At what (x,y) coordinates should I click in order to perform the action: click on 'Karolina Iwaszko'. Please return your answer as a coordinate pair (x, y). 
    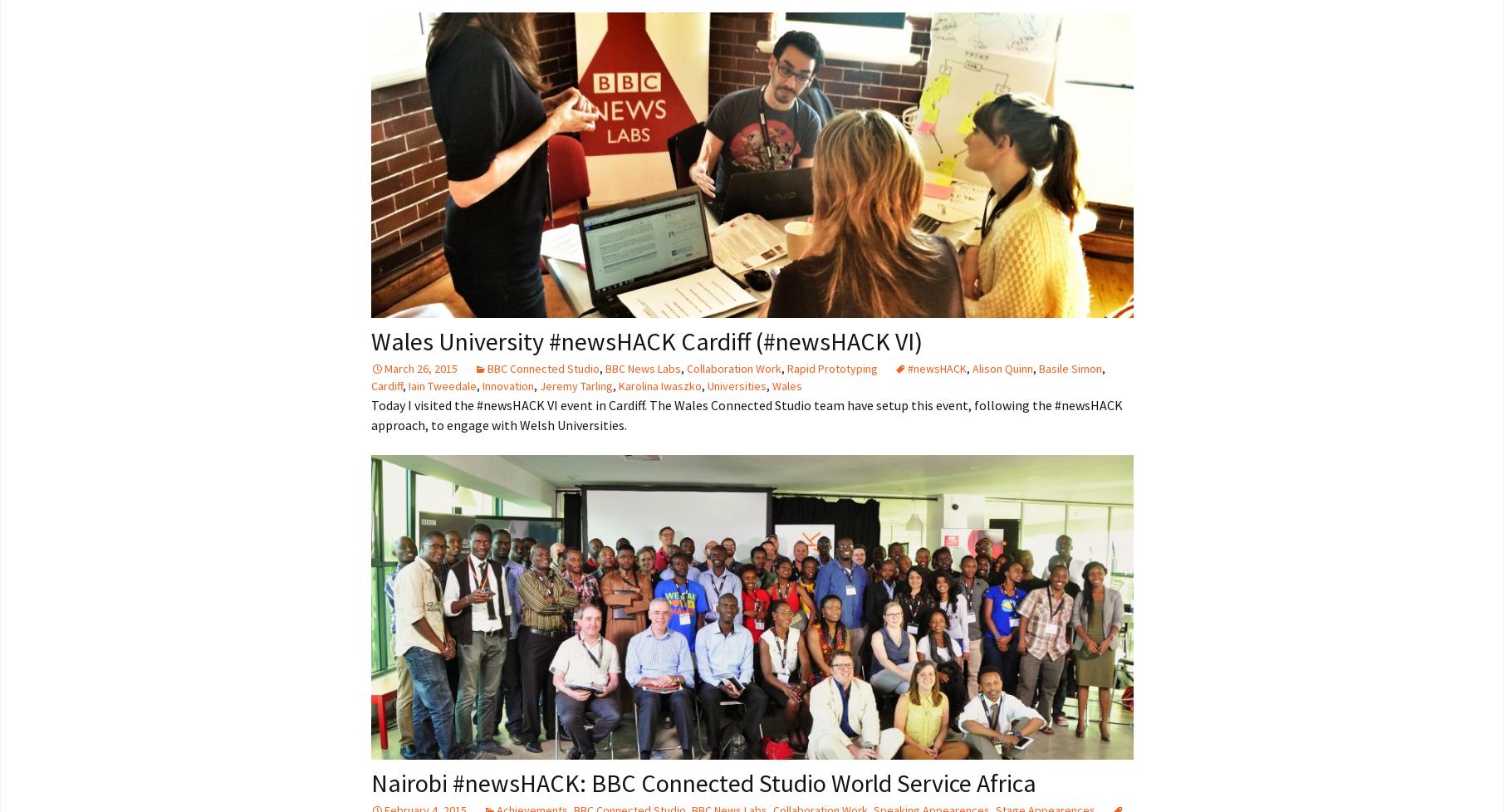
    Looking at the image, I should click on (616, 384).